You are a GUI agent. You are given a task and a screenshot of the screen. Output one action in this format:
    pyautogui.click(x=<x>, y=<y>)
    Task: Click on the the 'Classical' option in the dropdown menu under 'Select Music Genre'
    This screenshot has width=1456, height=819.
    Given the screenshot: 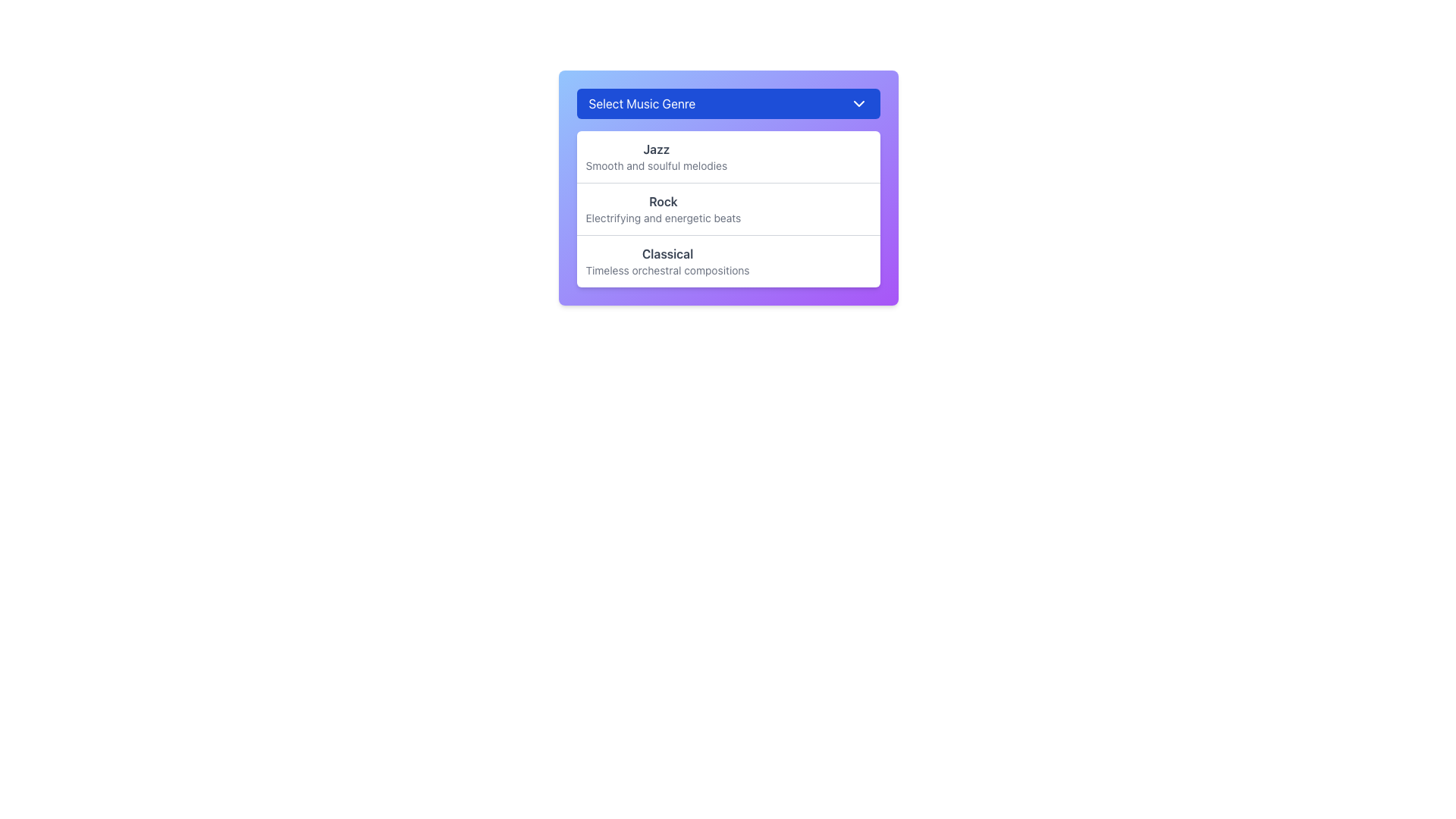 What is the action you would take?
    pyautogui.click(x=728, y=260)
    